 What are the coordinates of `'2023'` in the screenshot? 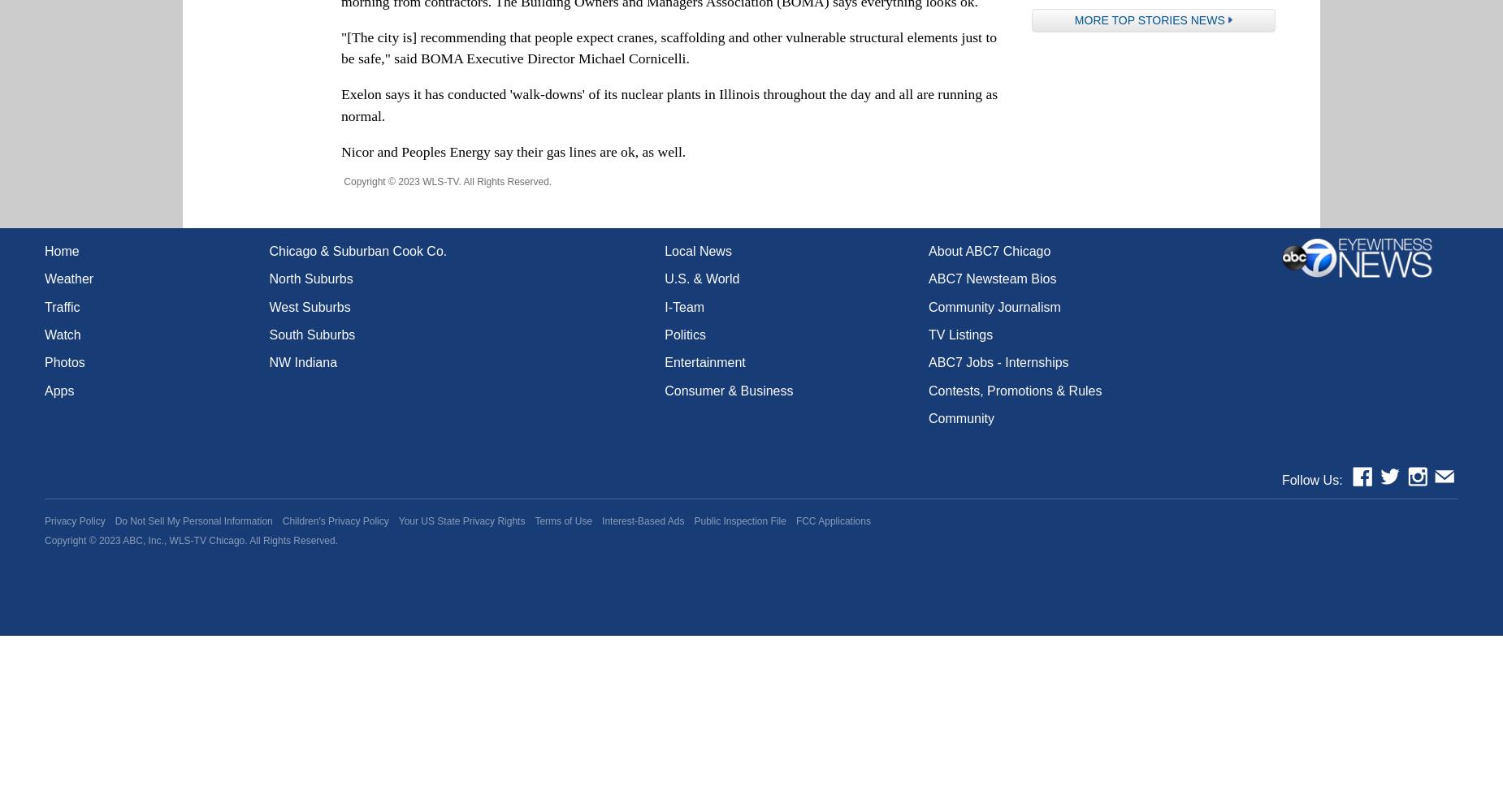 It's located at (108, 540).